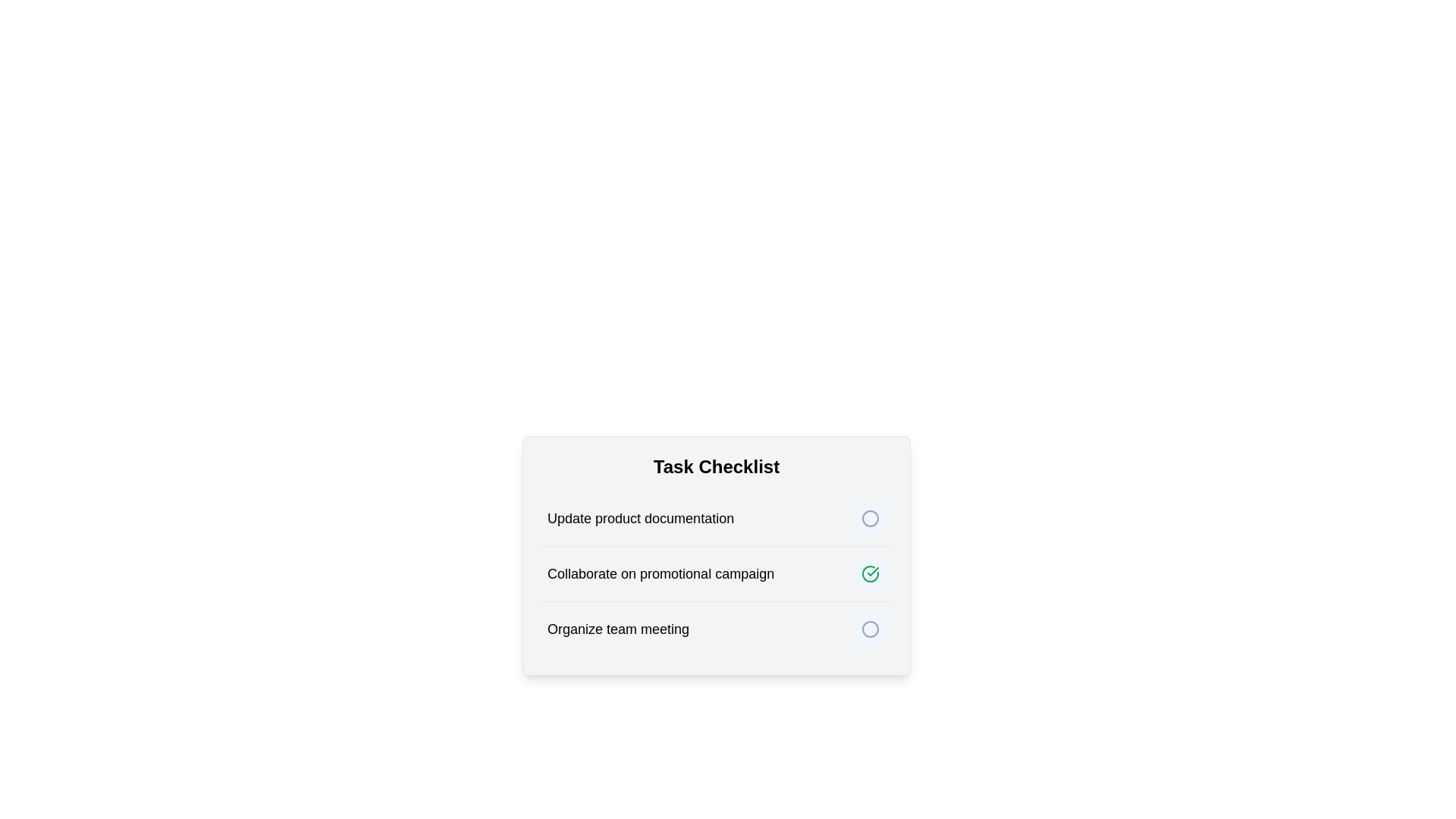 The image size is (1456, 819). What do you see at coordinates (870, 517) in the screenshot?
I see `the circle icon in the 'Task Checklist' to mark the 'Update product documentation' task as complete` at bounding box center [870, 517].